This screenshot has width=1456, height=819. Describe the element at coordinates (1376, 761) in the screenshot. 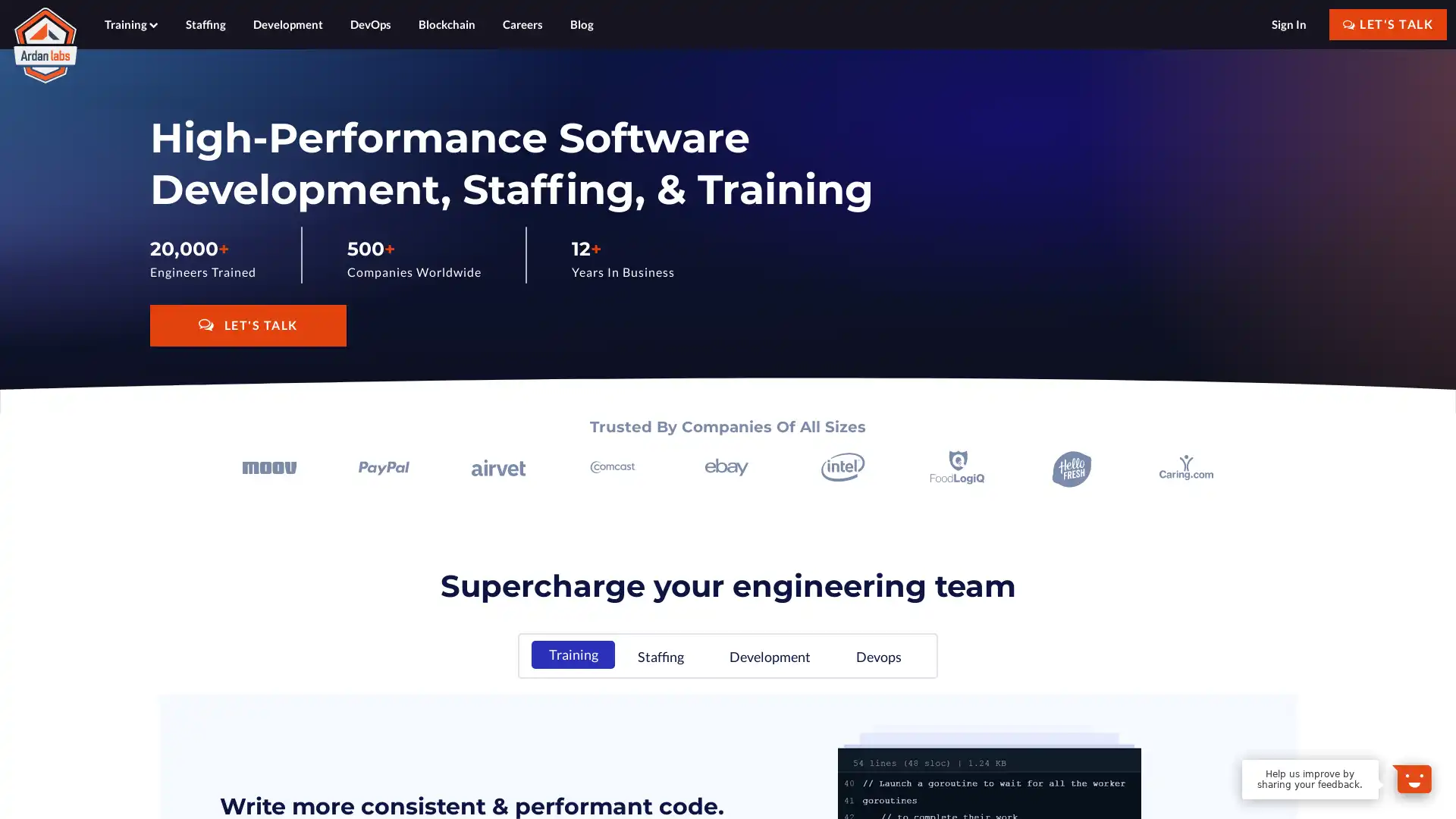

I see `Dismiss Message` at that location.